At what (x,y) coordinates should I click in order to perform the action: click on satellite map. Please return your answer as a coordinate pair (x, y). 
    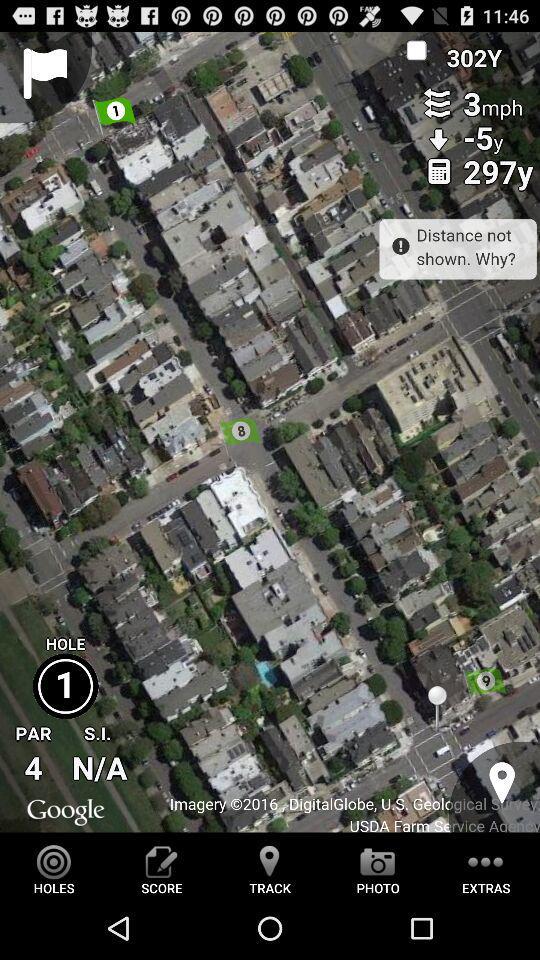
    Looking at the image, I should click on (270, 432).